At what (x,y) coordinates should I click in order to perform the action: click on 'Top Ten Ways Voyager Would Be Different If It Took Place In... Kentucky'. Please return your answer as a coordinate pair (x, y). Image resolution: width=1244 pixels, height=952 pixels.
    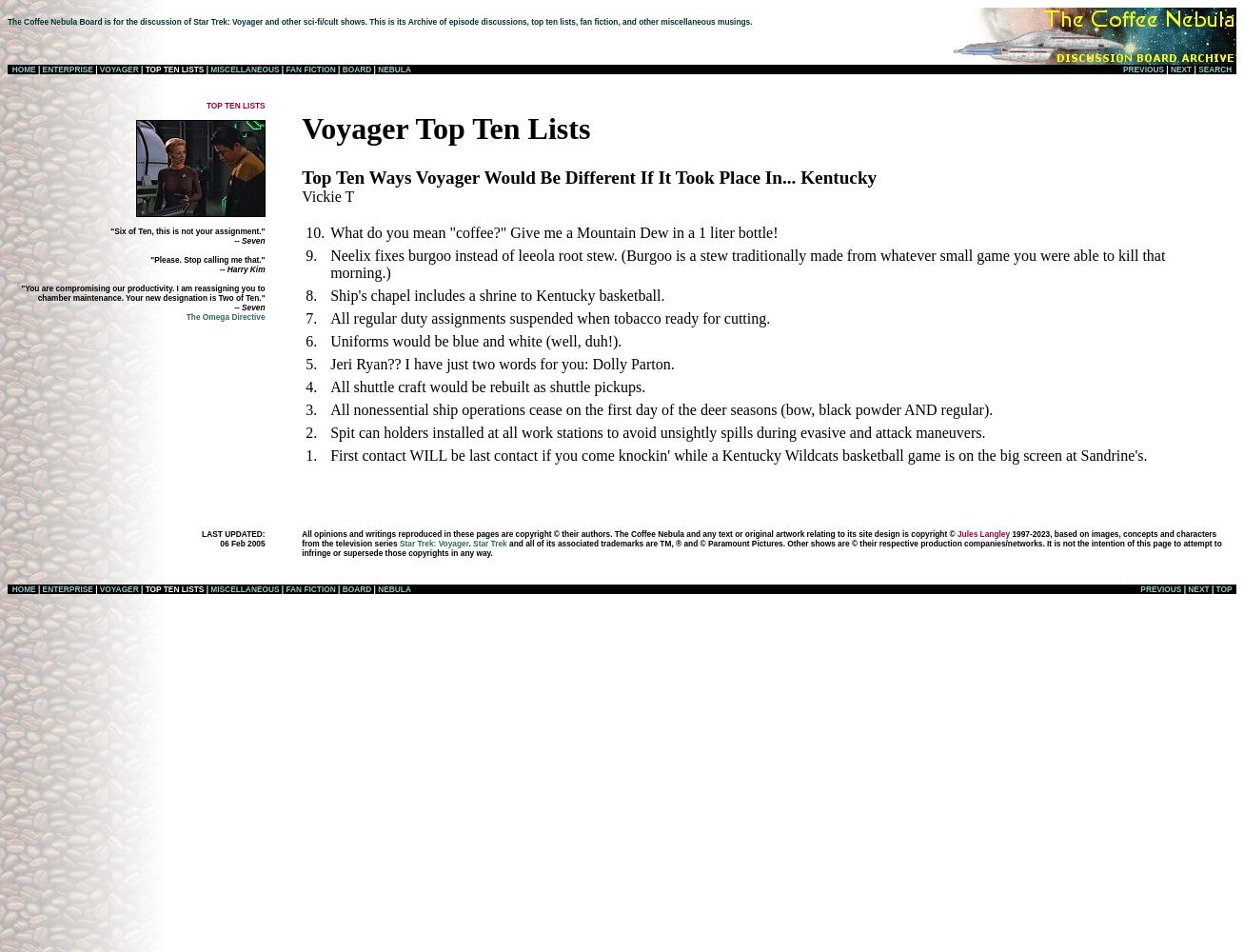
    Looking at the image, I should click on (588, 176).